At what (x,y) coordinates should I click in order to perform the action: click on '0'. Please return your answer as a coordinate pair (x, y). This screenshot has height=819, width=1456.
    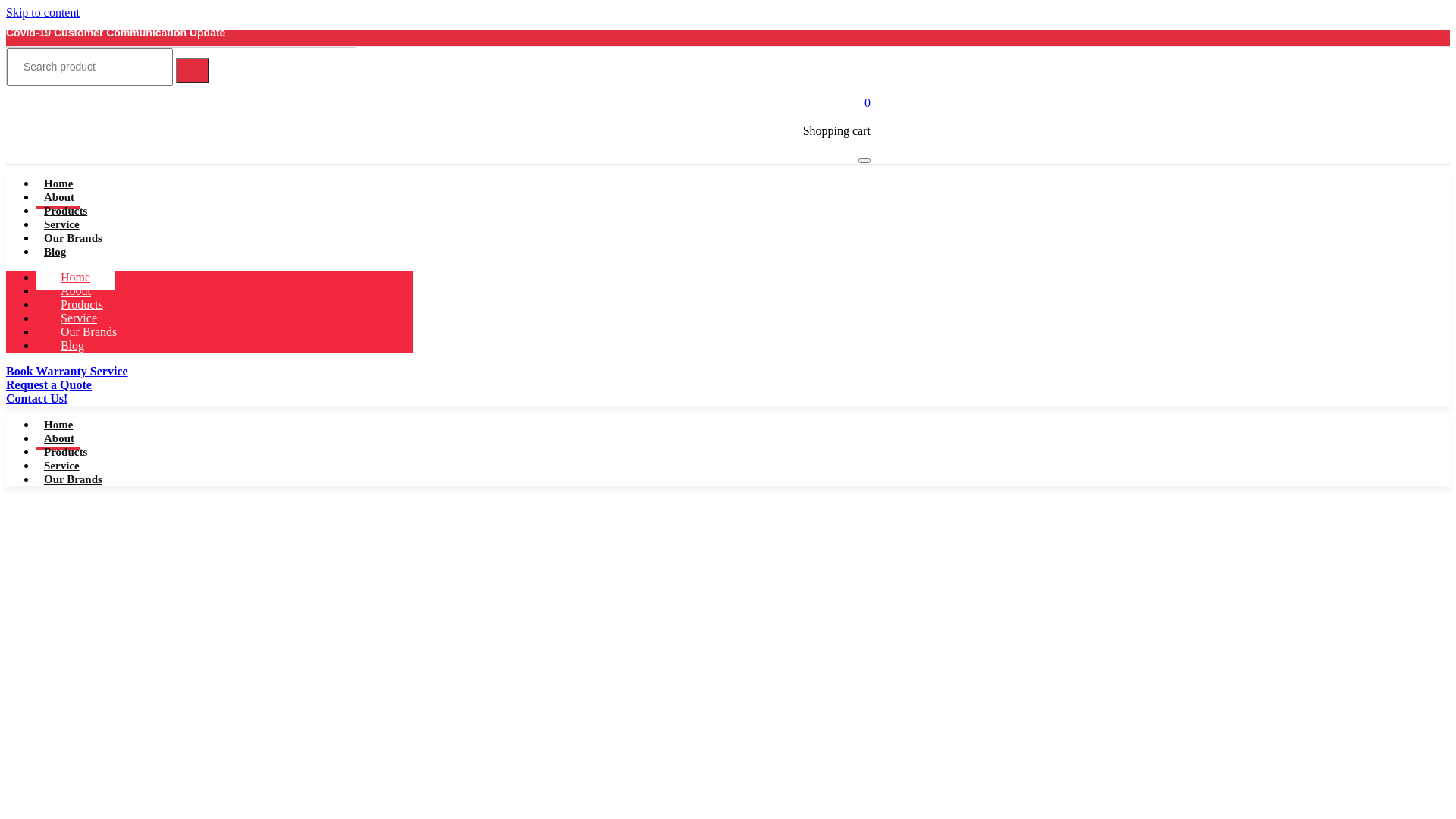
    Looking at the image, I should click on (864, 102).